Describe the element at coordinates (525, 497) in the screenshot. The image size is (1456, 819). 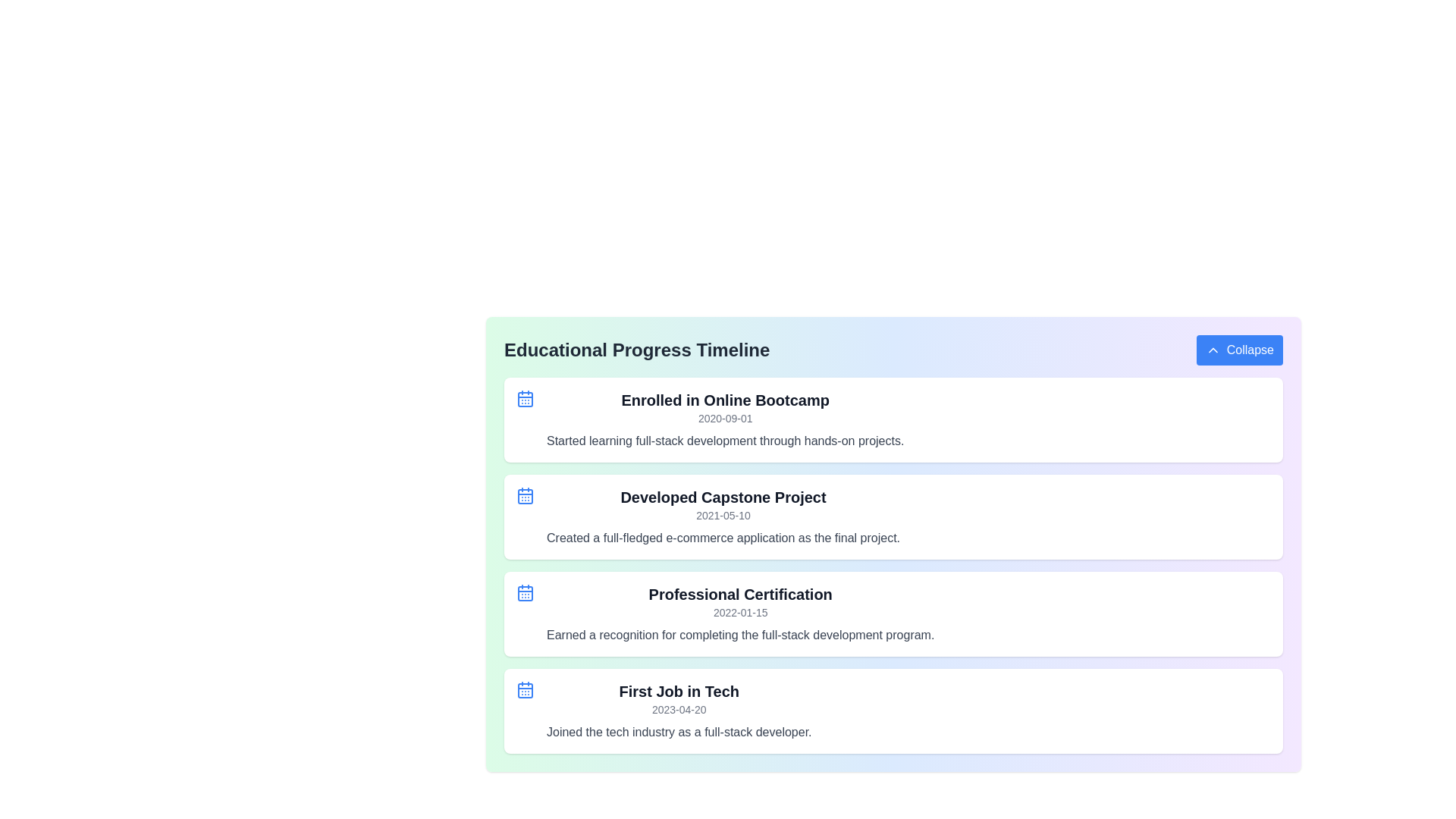
I see `the calendar icon represented by a rectangular shape with rounded corners, which denotes the date 'Developed Capstone Project'` at that location.